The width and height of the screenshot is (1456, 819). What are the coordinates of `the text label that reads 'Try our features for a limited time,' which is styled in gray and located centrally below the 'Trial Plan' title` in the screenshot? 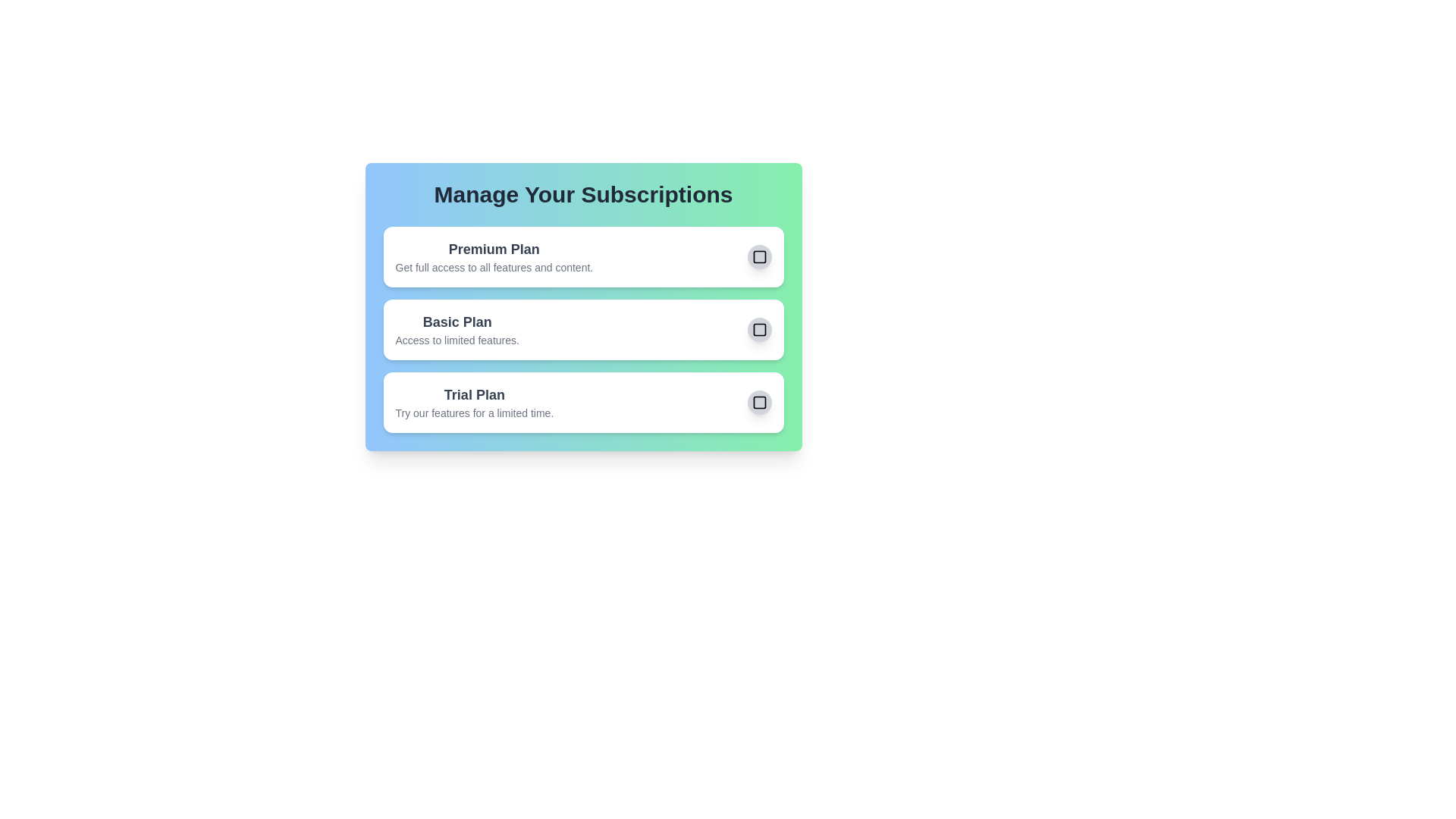 It's located at (473, 413).